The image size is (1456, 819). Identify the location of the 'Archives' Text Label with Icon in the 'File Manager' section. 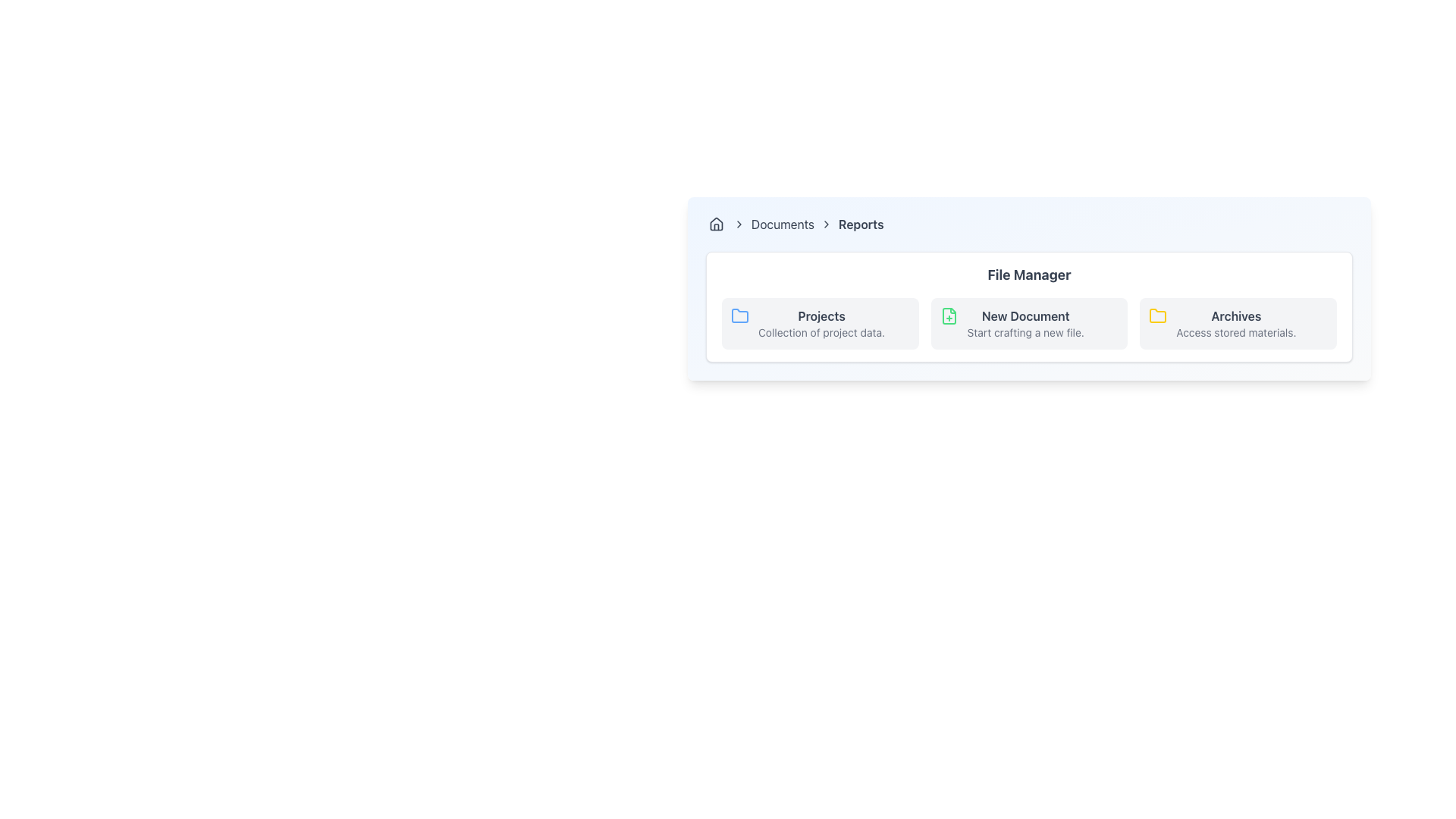
(1236, 323).